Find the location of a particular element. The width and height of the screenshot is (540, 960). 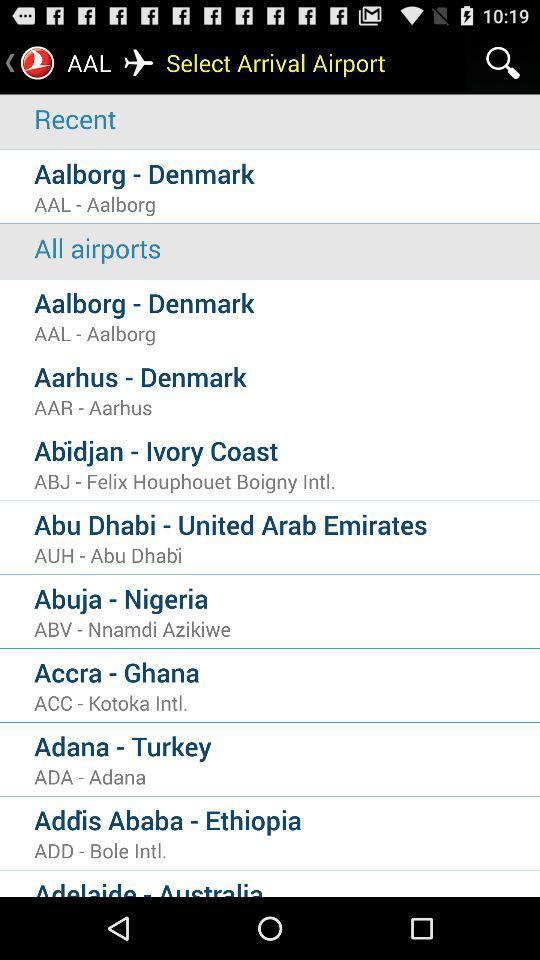

addi s ababa icon is located at coordinates (286, 819).